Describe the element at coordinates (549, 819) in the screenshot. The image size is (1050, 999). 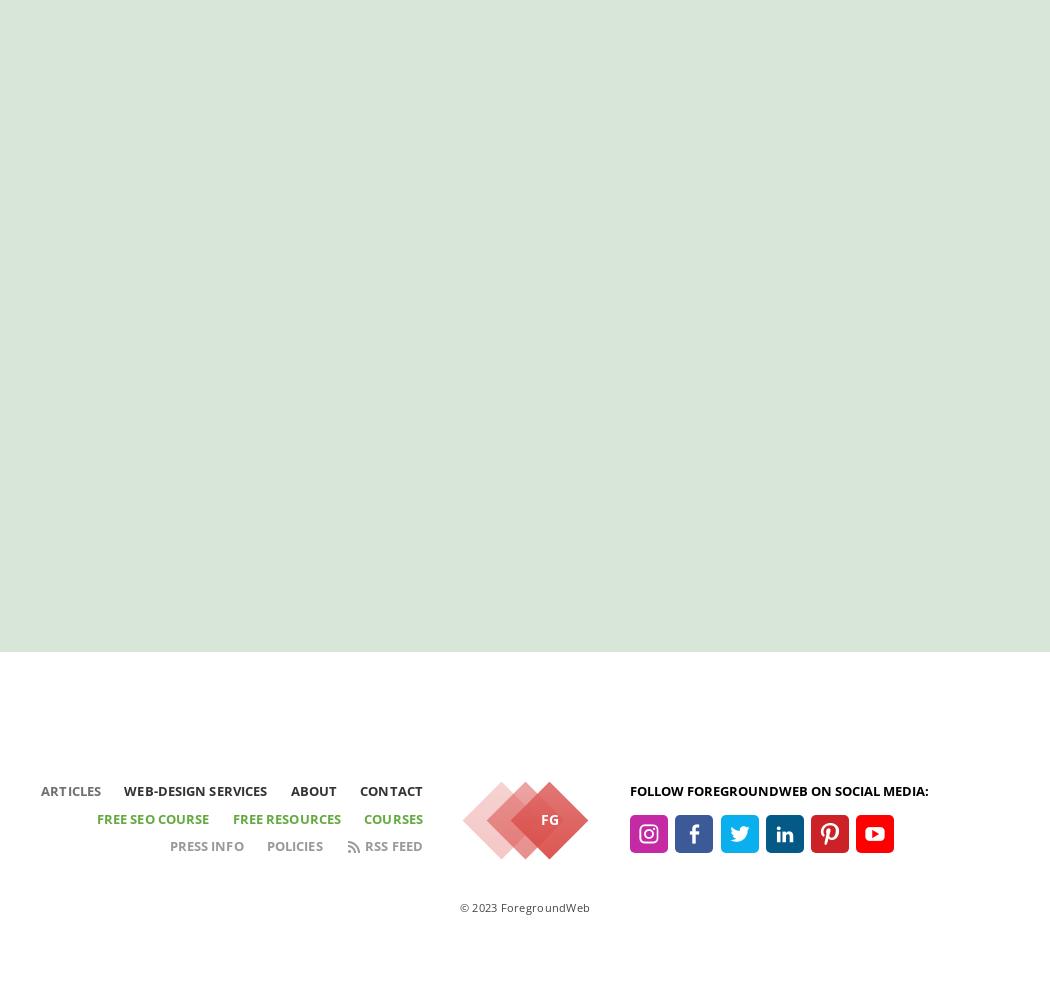
I see `'FG'` at that location.